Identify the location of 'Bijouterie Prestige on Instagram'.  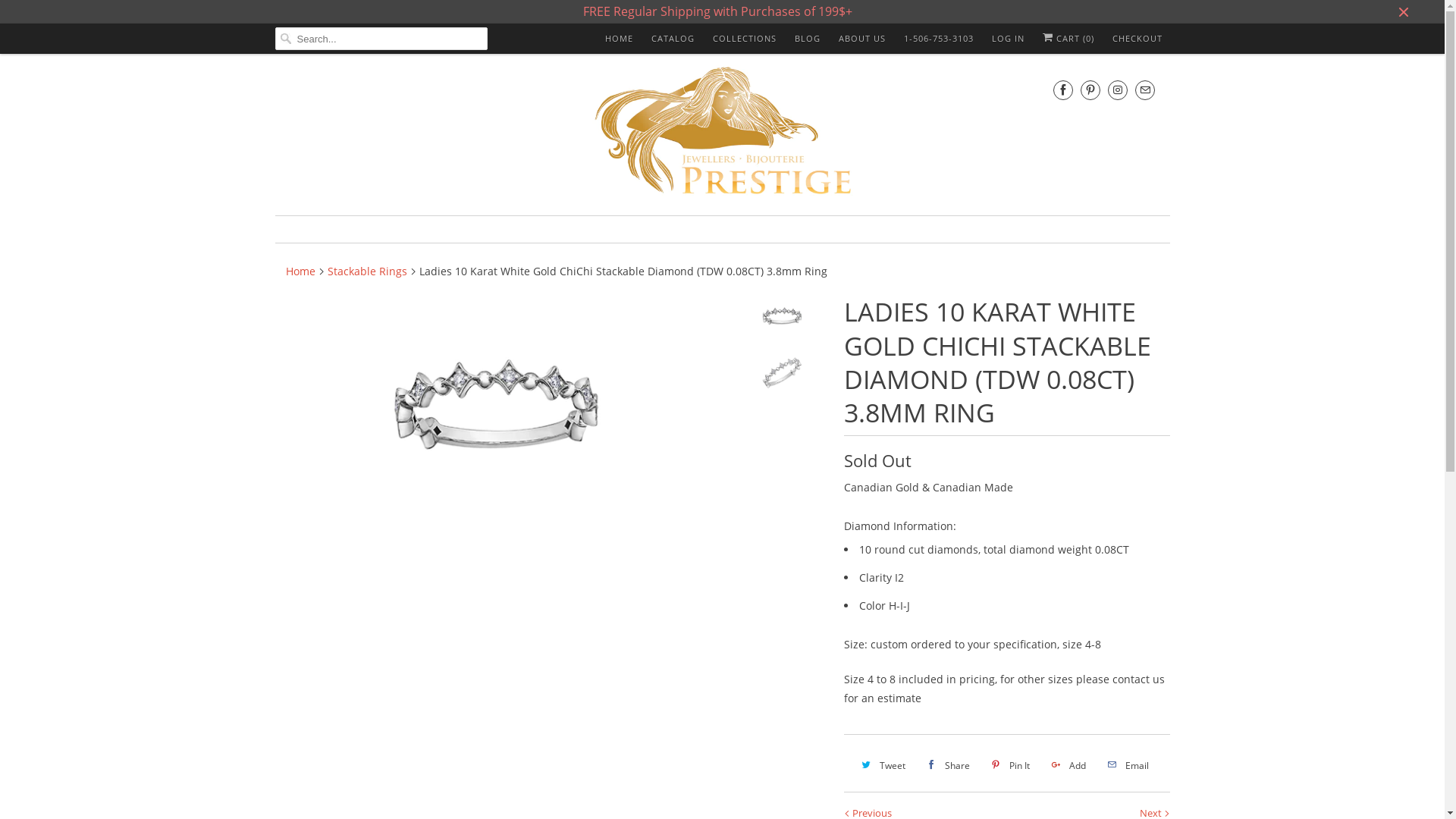
(1117, 89).